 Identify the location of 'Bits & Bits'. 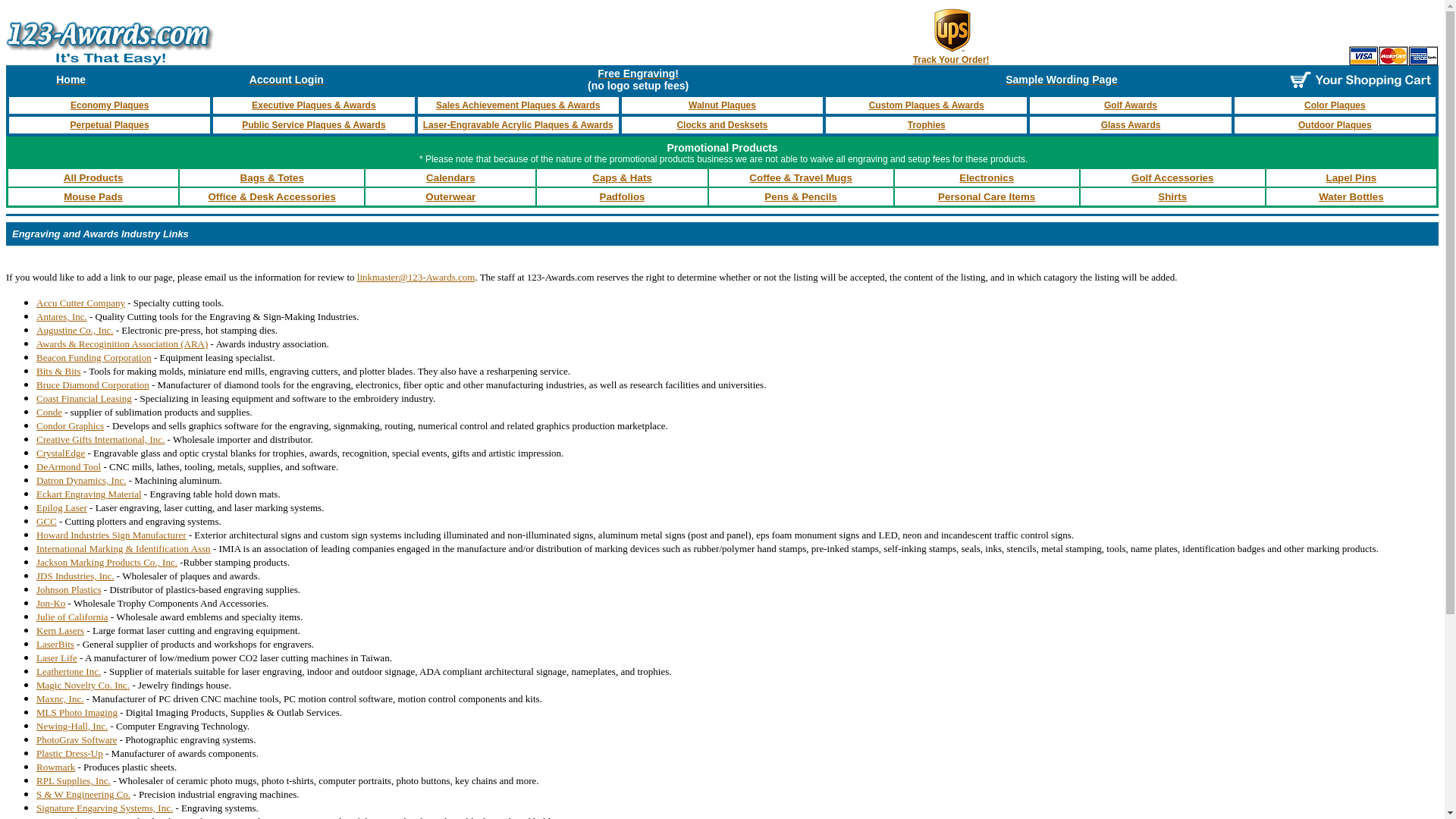
(58, 371).